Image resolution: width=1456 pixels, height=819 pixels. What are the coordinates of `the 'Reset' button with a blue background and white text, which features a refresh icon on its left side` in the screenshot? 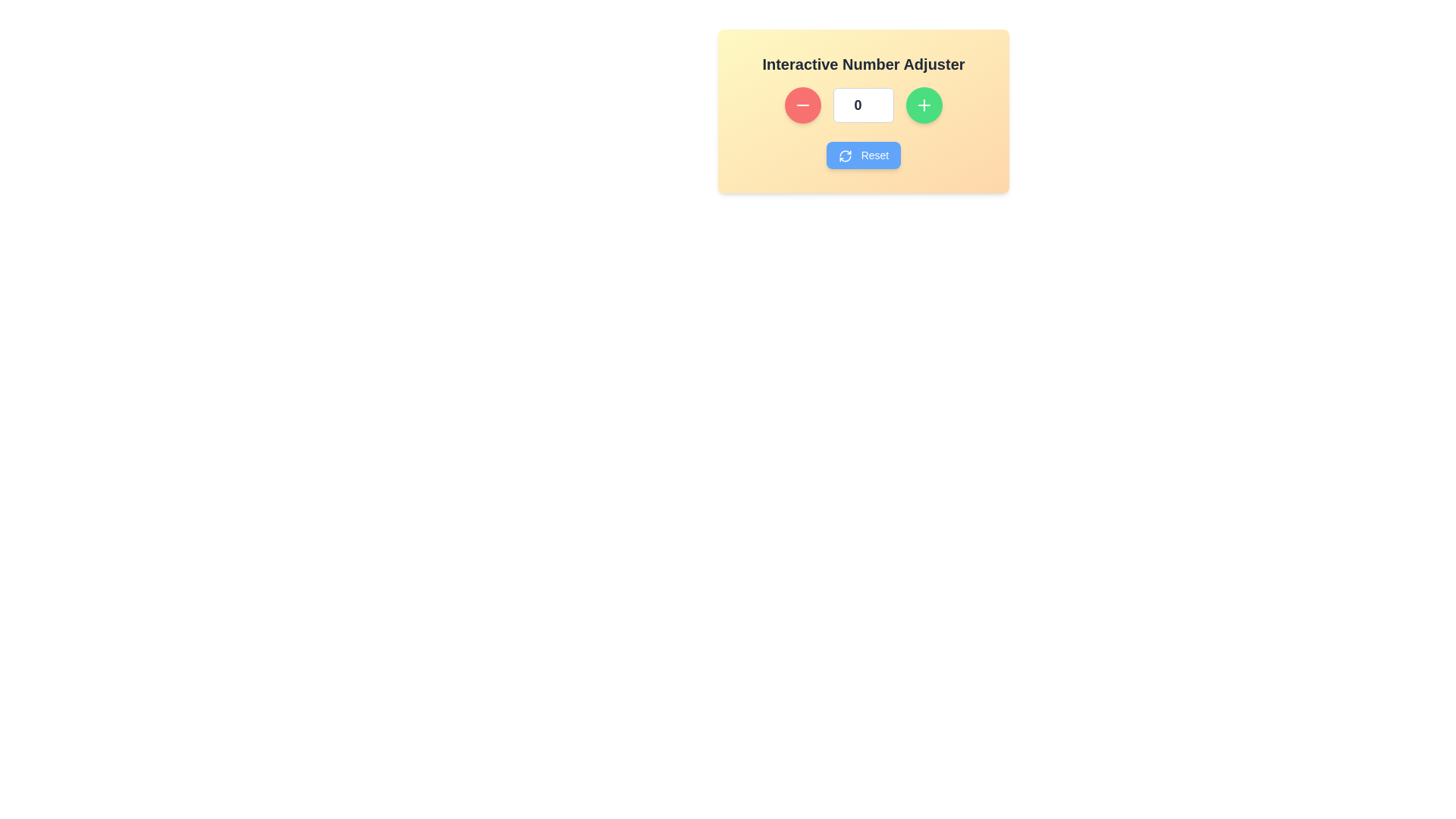 It's located at (863, 155).